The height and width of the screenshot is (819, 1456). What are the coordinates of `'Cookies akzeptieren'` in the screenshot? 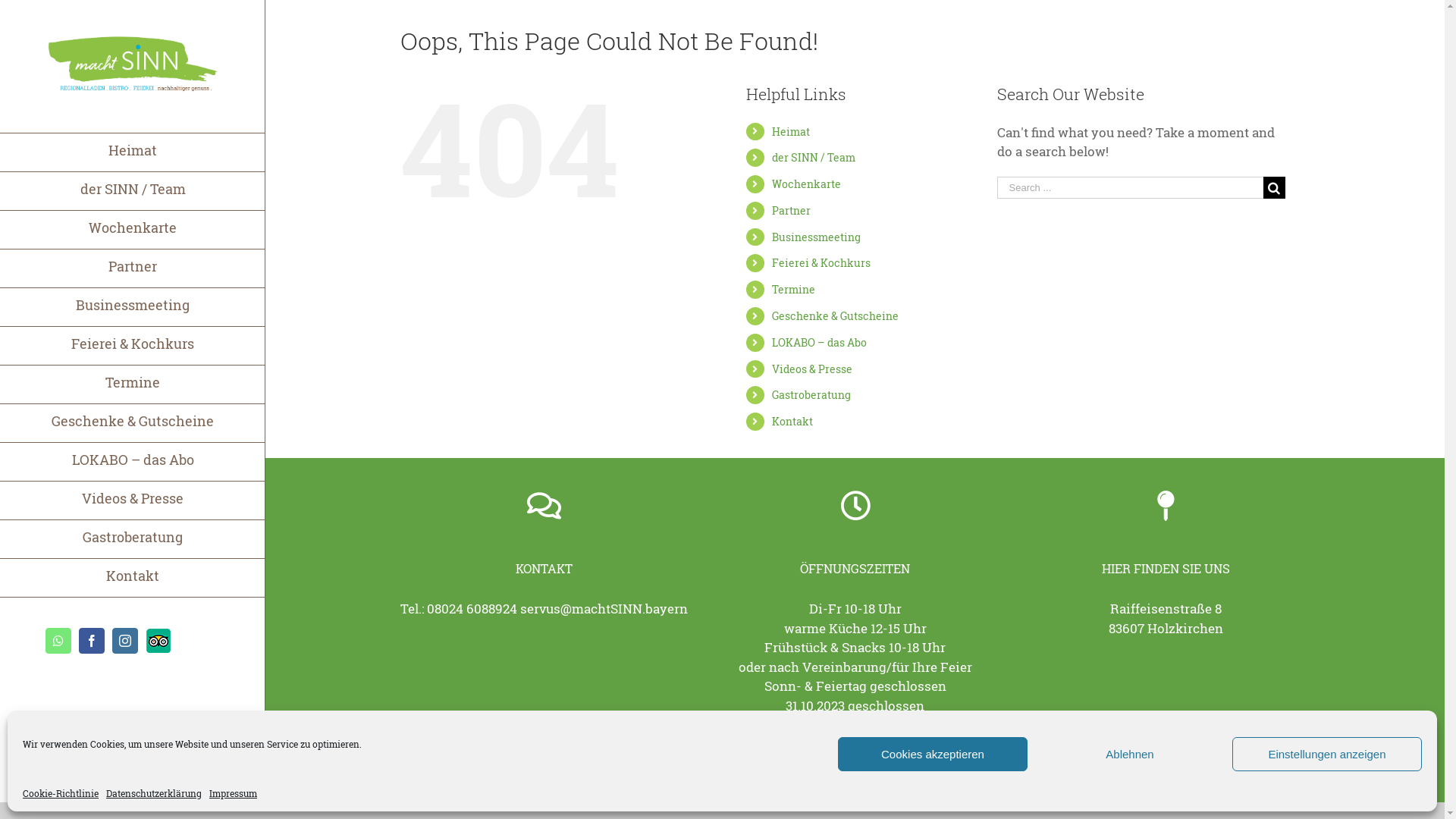 It's located at (931, 754).